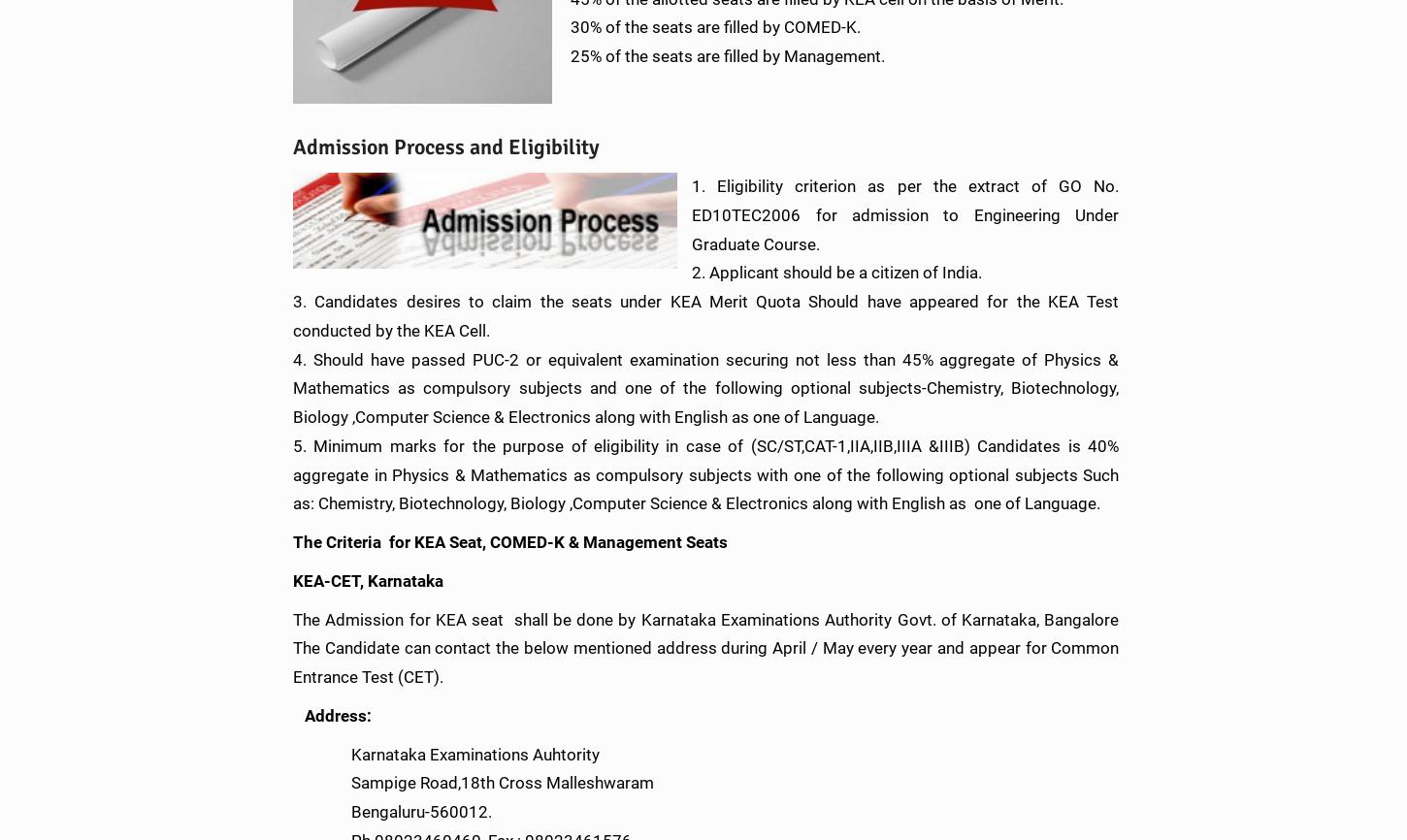  Describe the element at coordinates (338, 713) in the screenshot. I see `'Address:'` at that location.